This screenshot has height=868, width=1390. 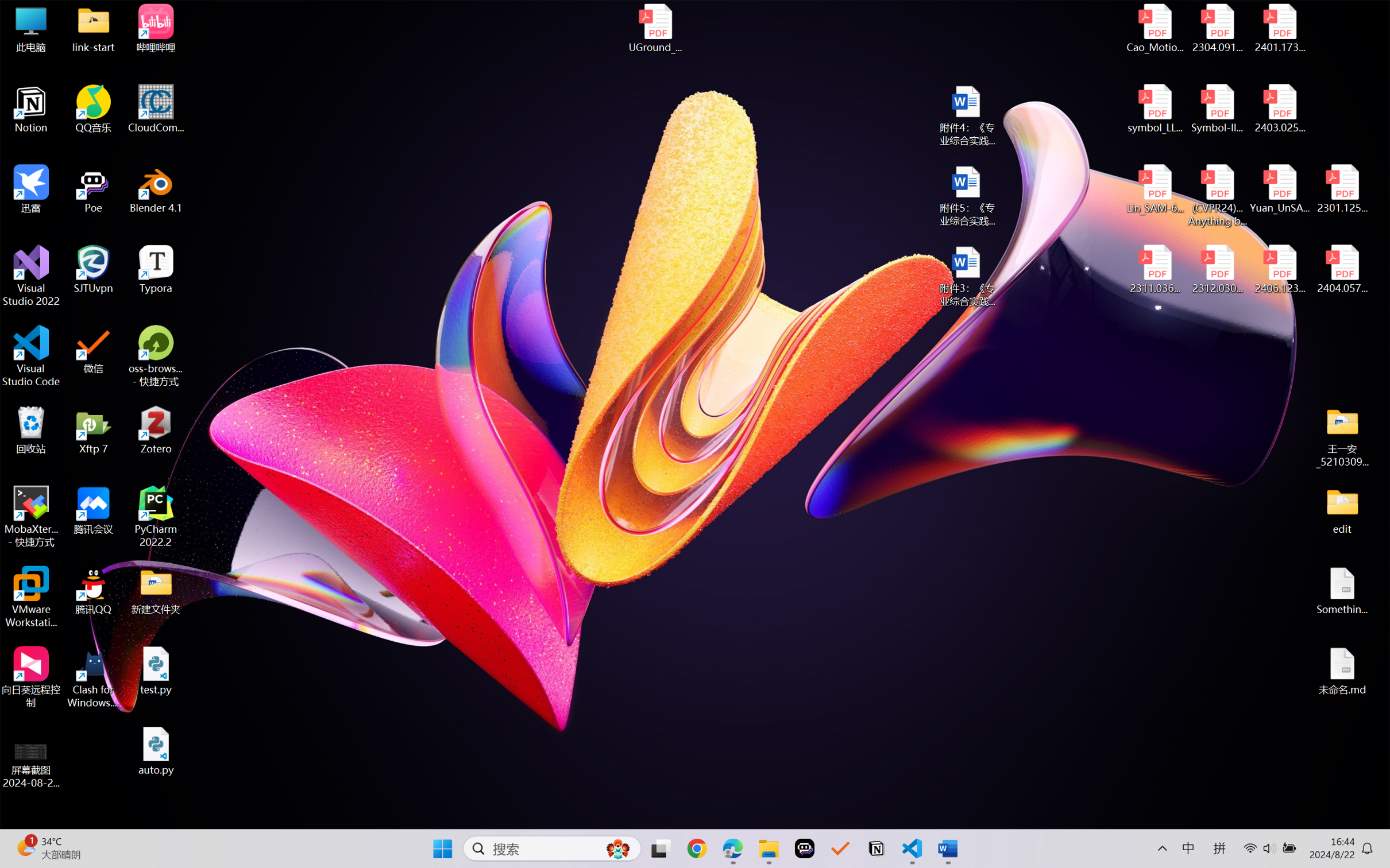 I want to click on '2401.17399v1.pdf', so click(x=1279, y=28).